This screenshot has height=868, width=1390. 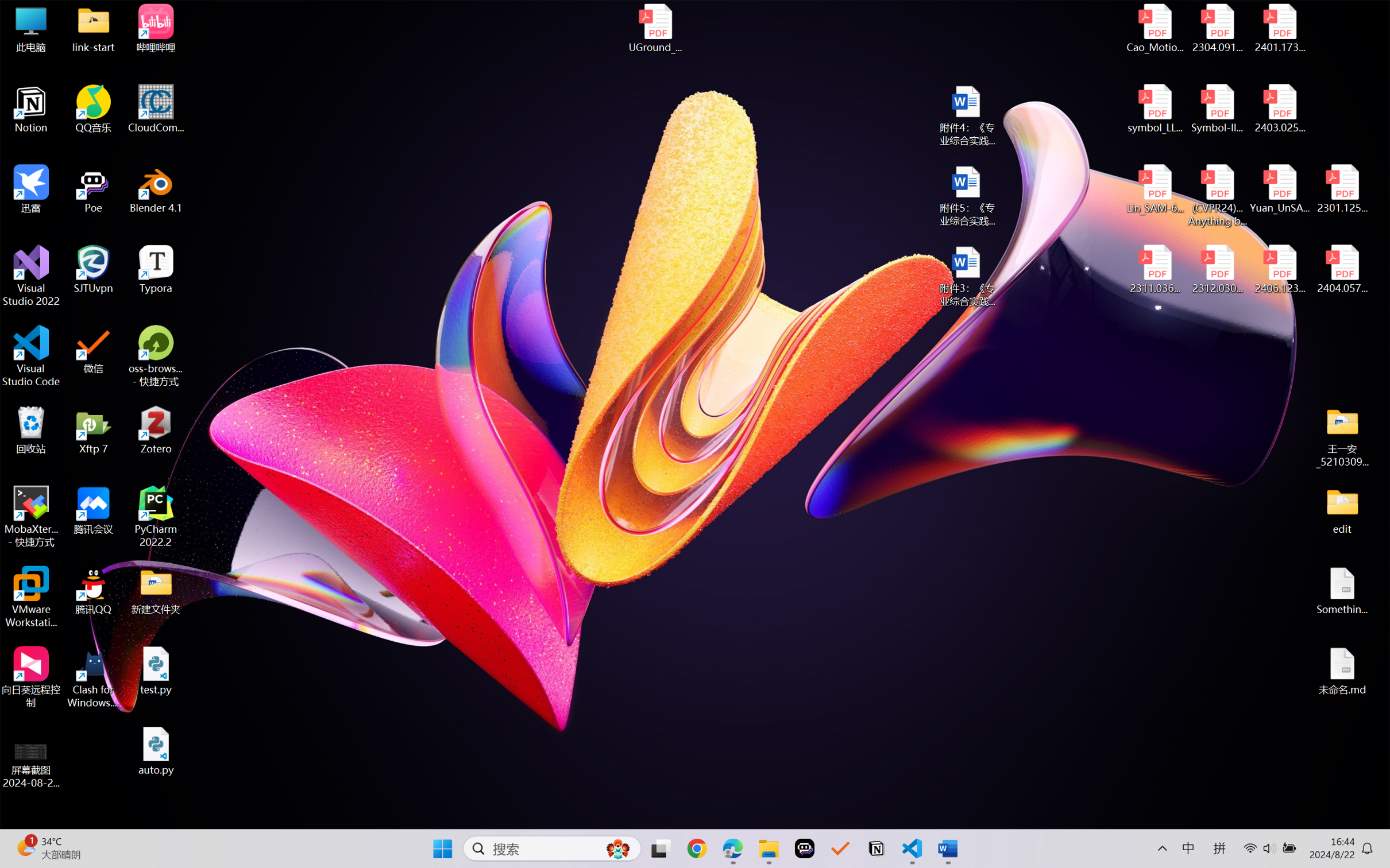 I want to click on '2401.17399v1.pdf', so click(x=1279, y=28).